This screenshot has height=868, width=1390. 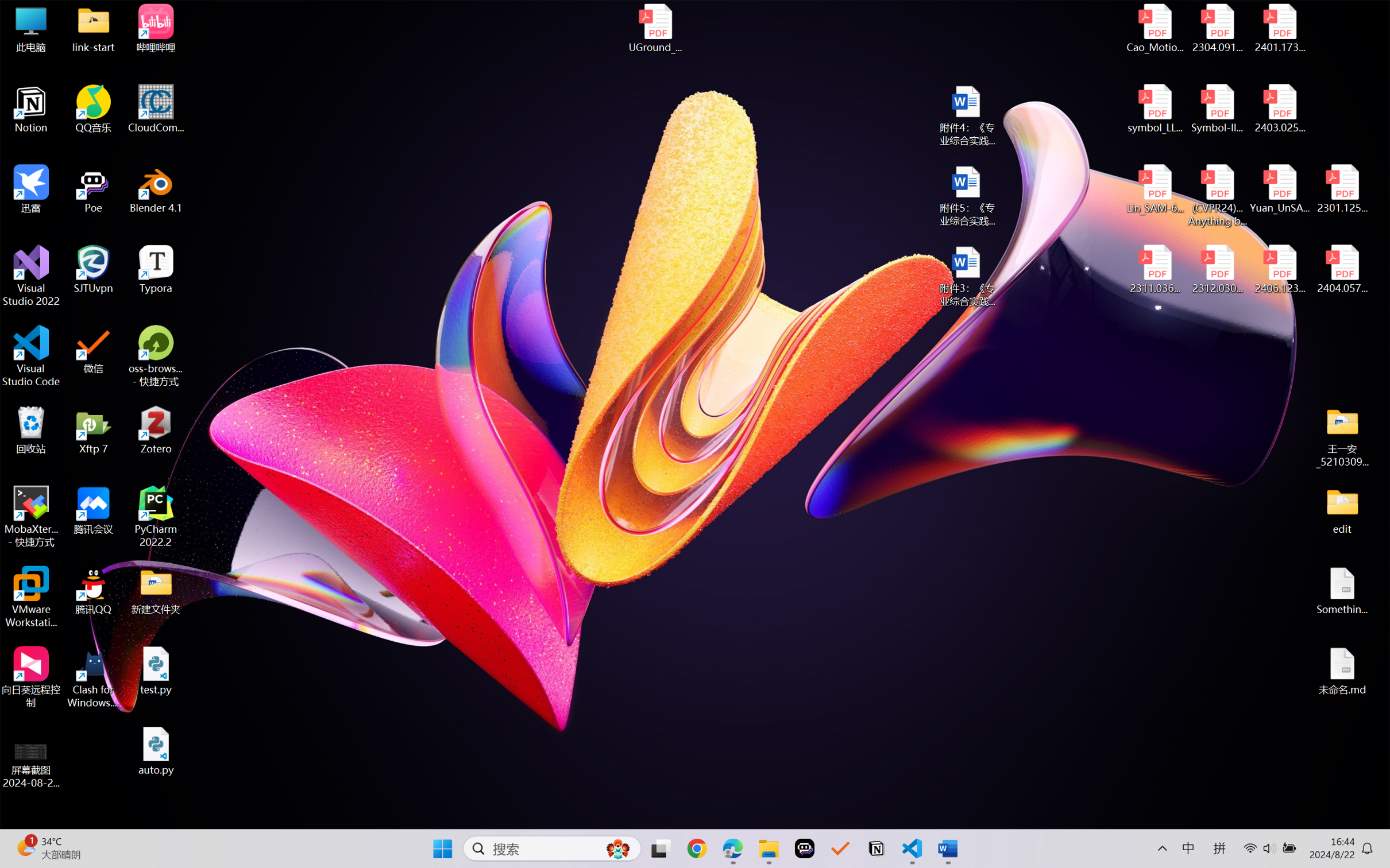 I want to click on '2401.17399v1.pdf', so click(x=1279, y=28).